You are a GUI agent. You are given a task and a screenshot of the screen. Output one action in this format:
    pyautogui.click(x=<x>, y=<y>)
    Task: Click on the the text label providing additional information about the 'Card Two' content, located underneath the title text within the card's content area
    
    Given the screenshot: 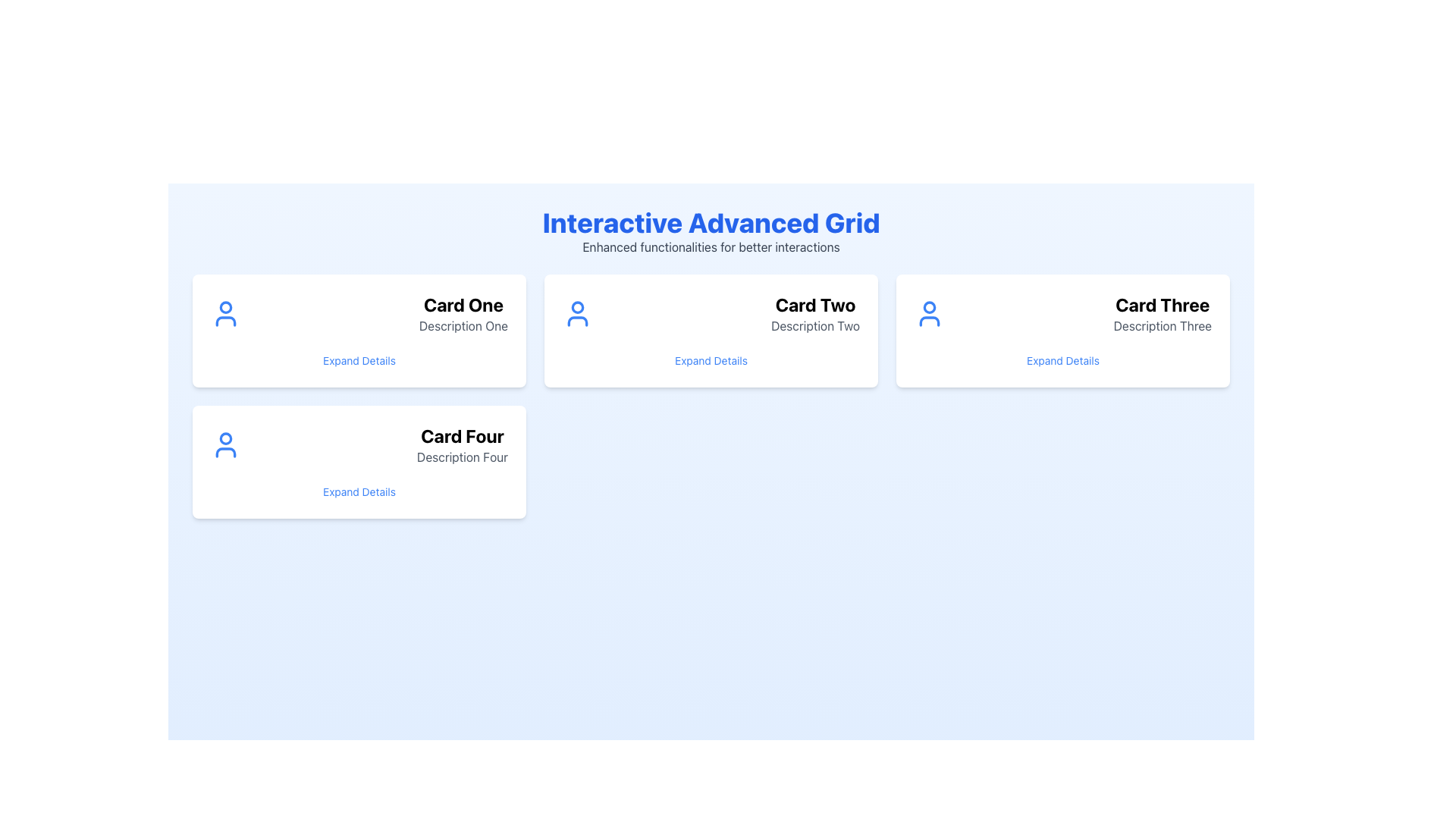 What is the action you would take?
    pyautogui.click(x=814, y=325)
    